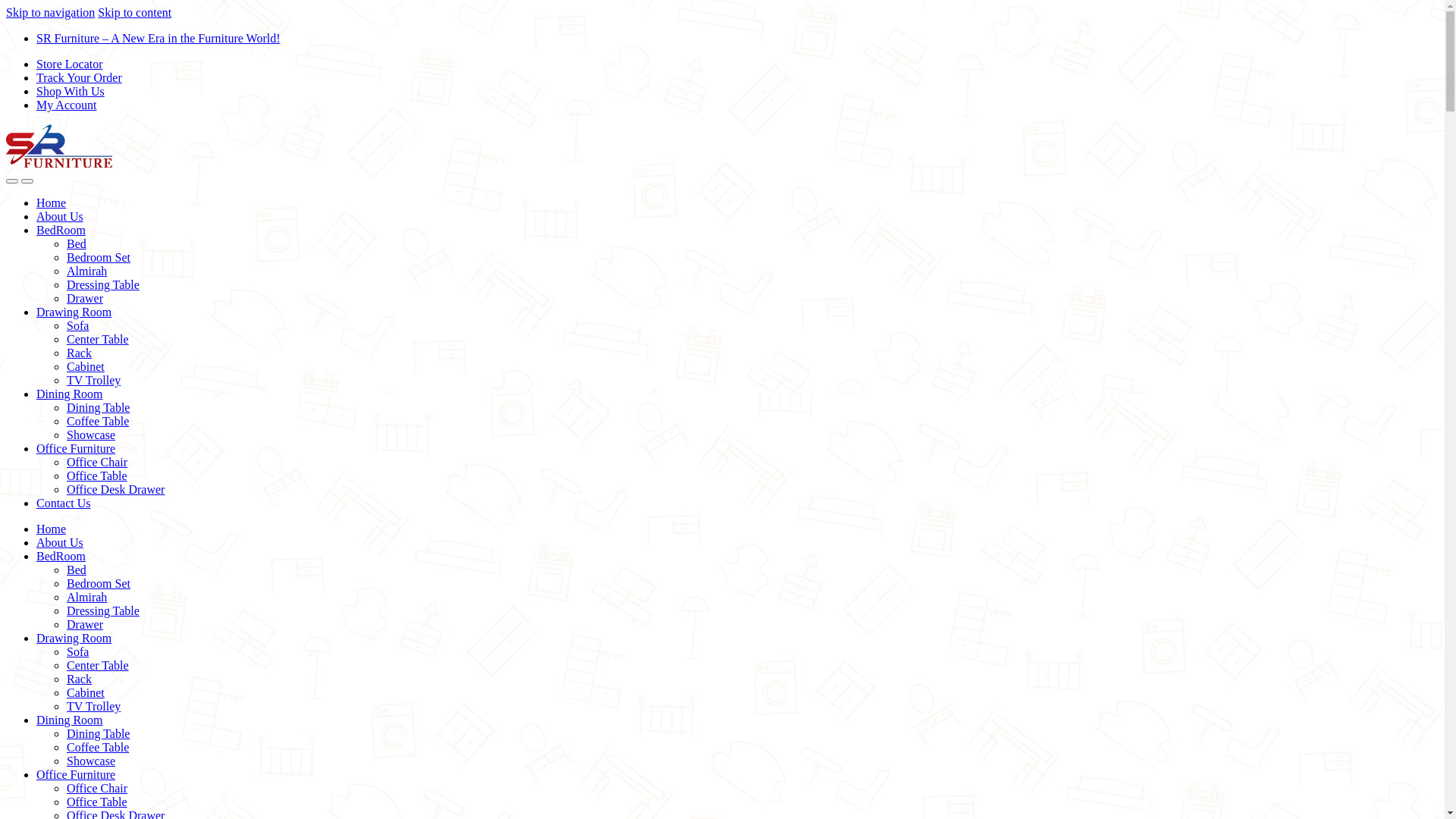  I want to click on 'BedRoom', so click(61, 556).